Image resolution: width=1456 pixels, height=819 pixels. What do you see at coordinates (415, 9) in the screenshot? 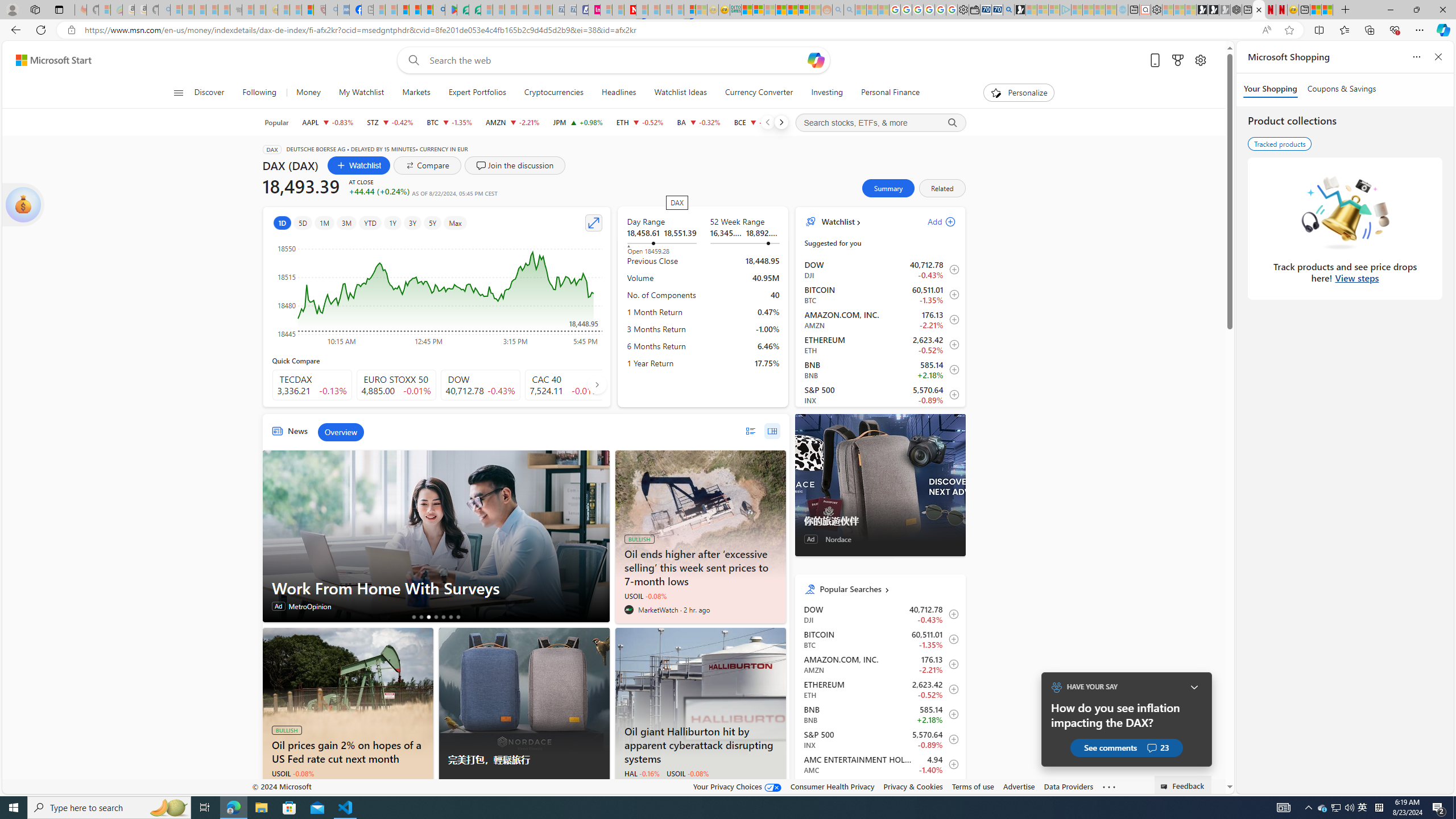
I see `'Pets - MSN'` at bounding box center [415, 9].